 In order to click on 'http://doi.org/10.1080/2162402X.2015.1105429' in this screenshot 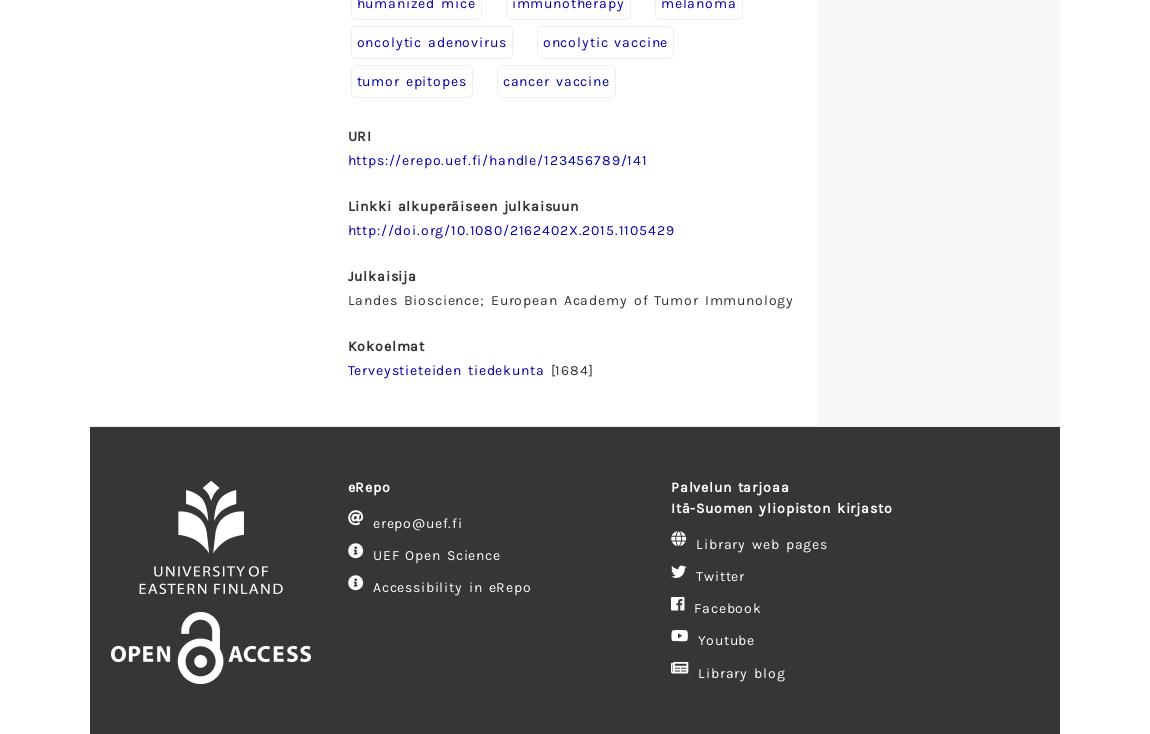, I will do `click(346, 229)`.